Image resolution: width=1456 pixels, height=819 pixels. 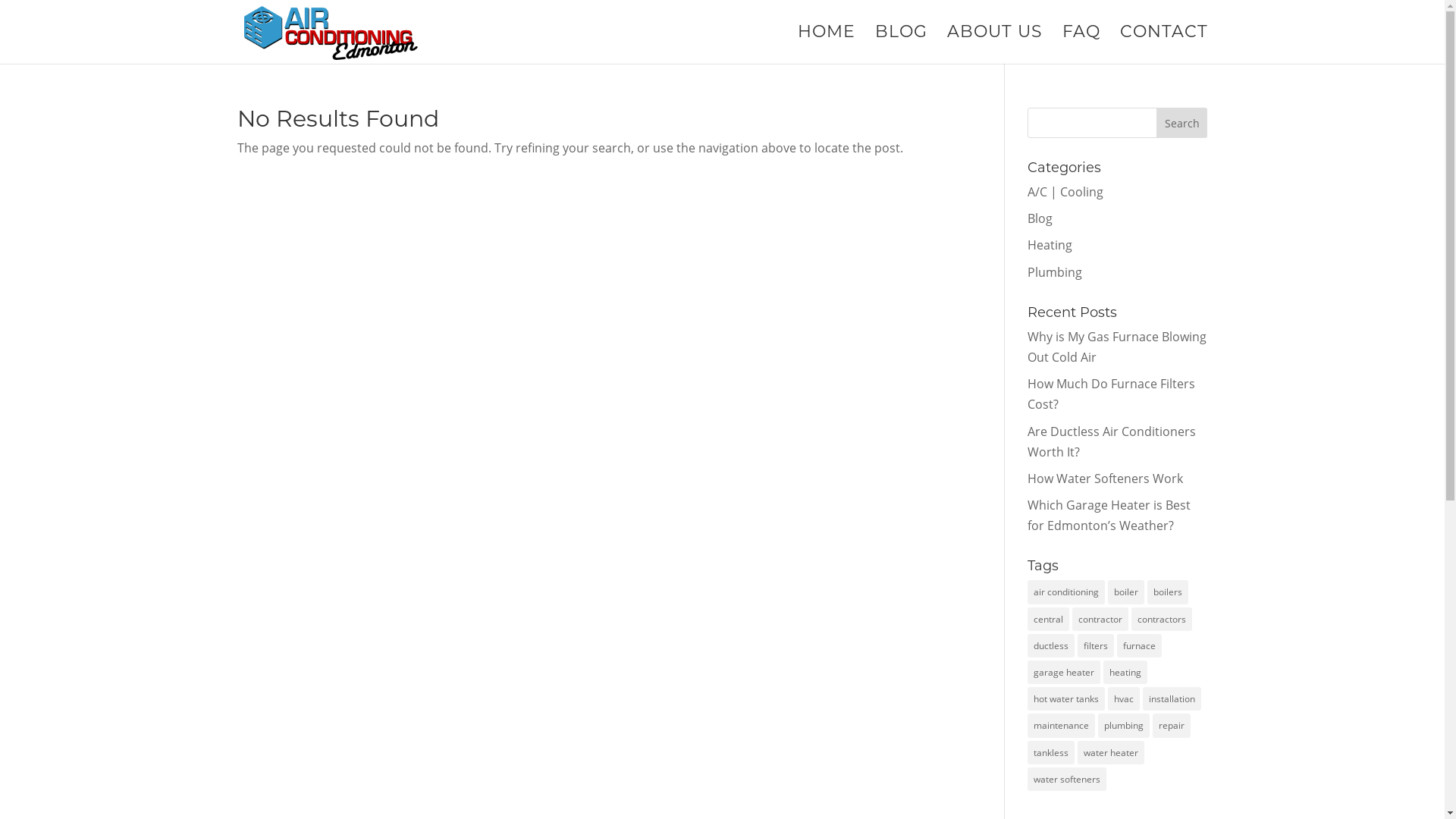 What do you see at coordinates (1167, 591) in the screenshot?
I see `'boilers'` at bounding box center [1167, 591].